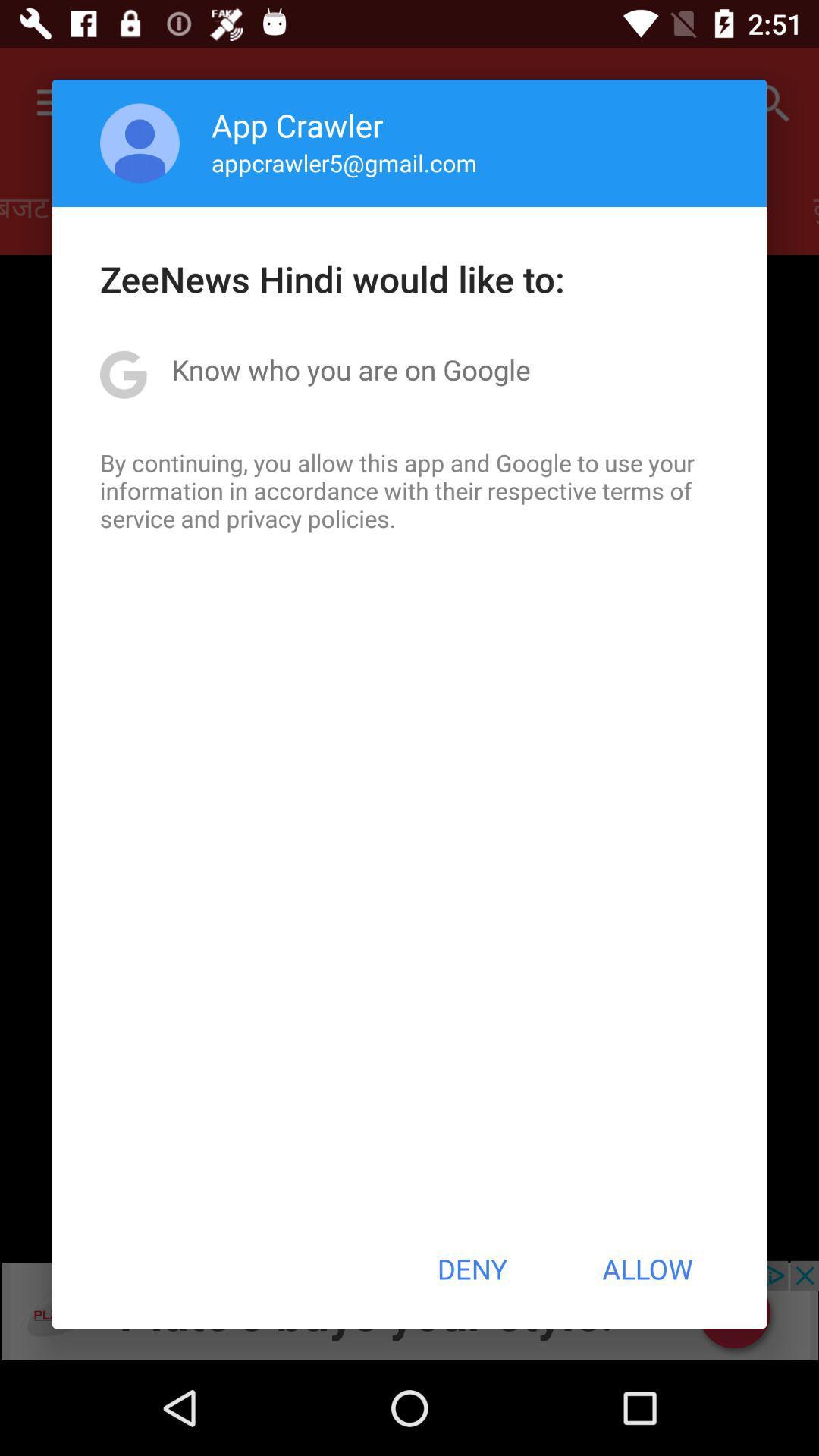 The image size is (819, 1456). What do you see at coordinates (344, 162) in the screenshot?
I see `icon above the zeenews hindi would` at bounding box center [344, 162].